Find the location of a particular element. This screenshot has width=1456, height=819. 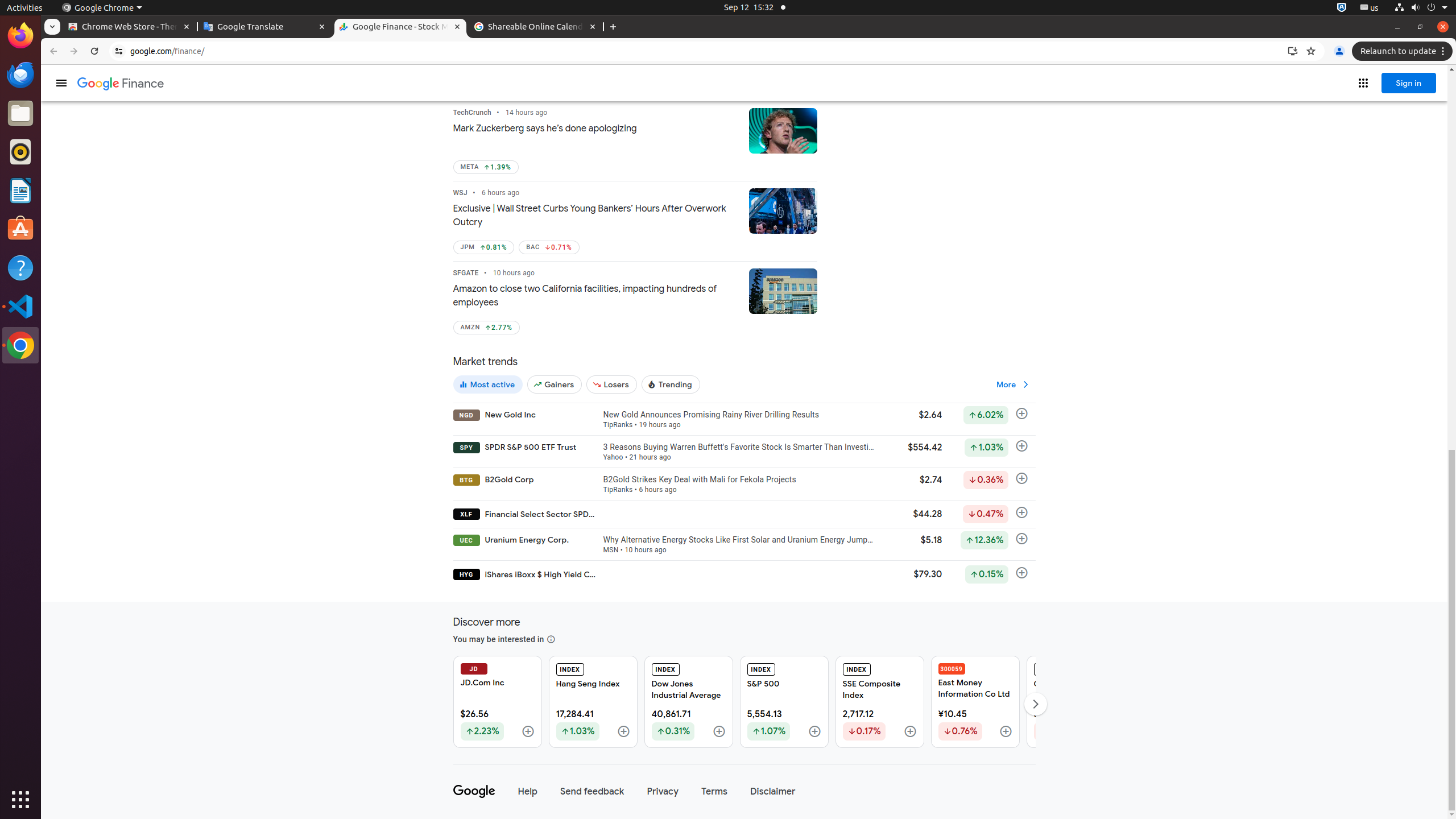

'INDEX Hang Seng Index 17,284.41 Up by 1.03%' is located at coordinates (592, 701).